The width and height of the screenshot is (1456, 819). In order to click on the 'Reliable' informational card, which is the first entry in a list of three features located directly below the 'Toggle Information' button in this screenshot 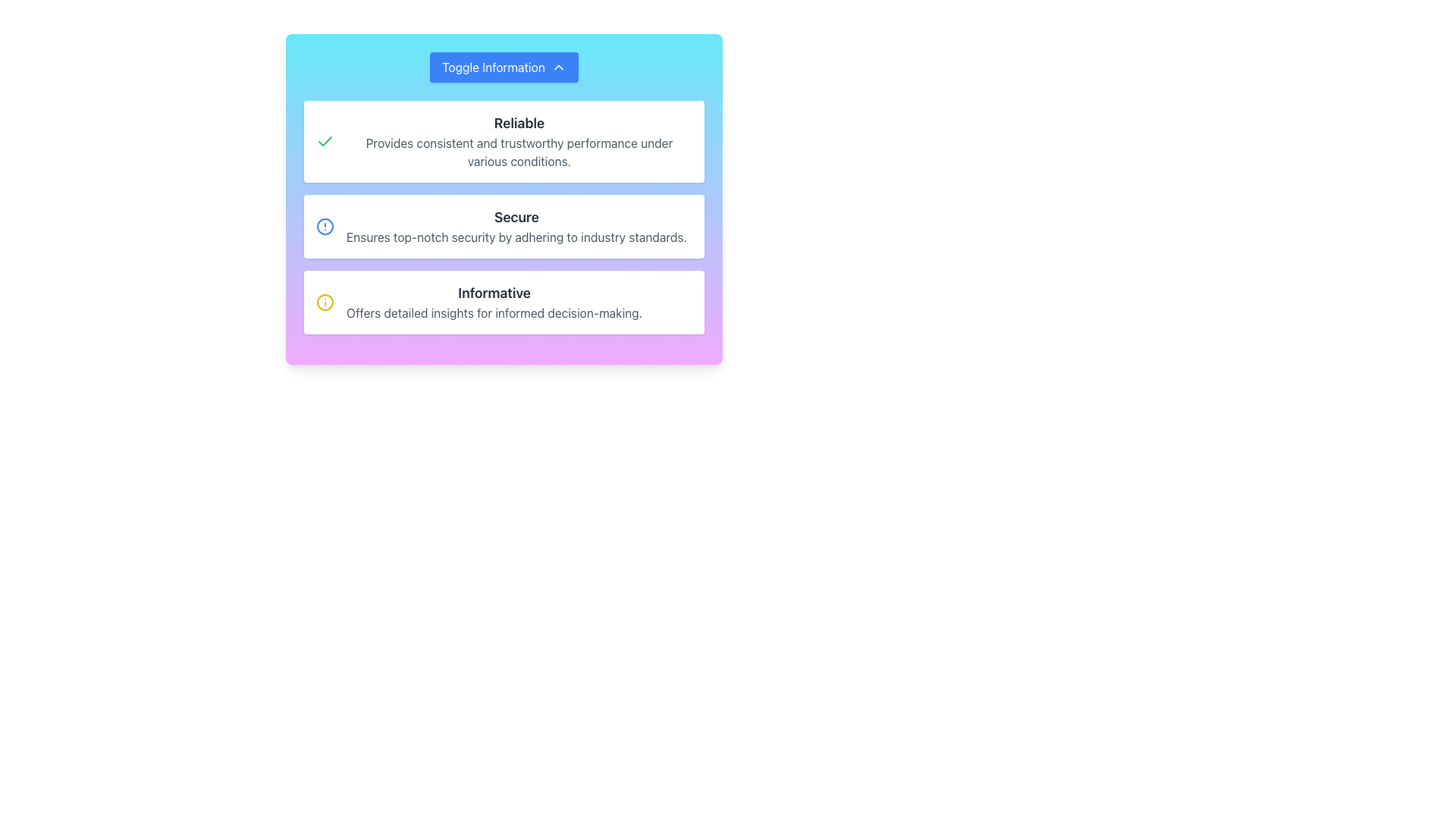, I will do `click(504, 141)`.